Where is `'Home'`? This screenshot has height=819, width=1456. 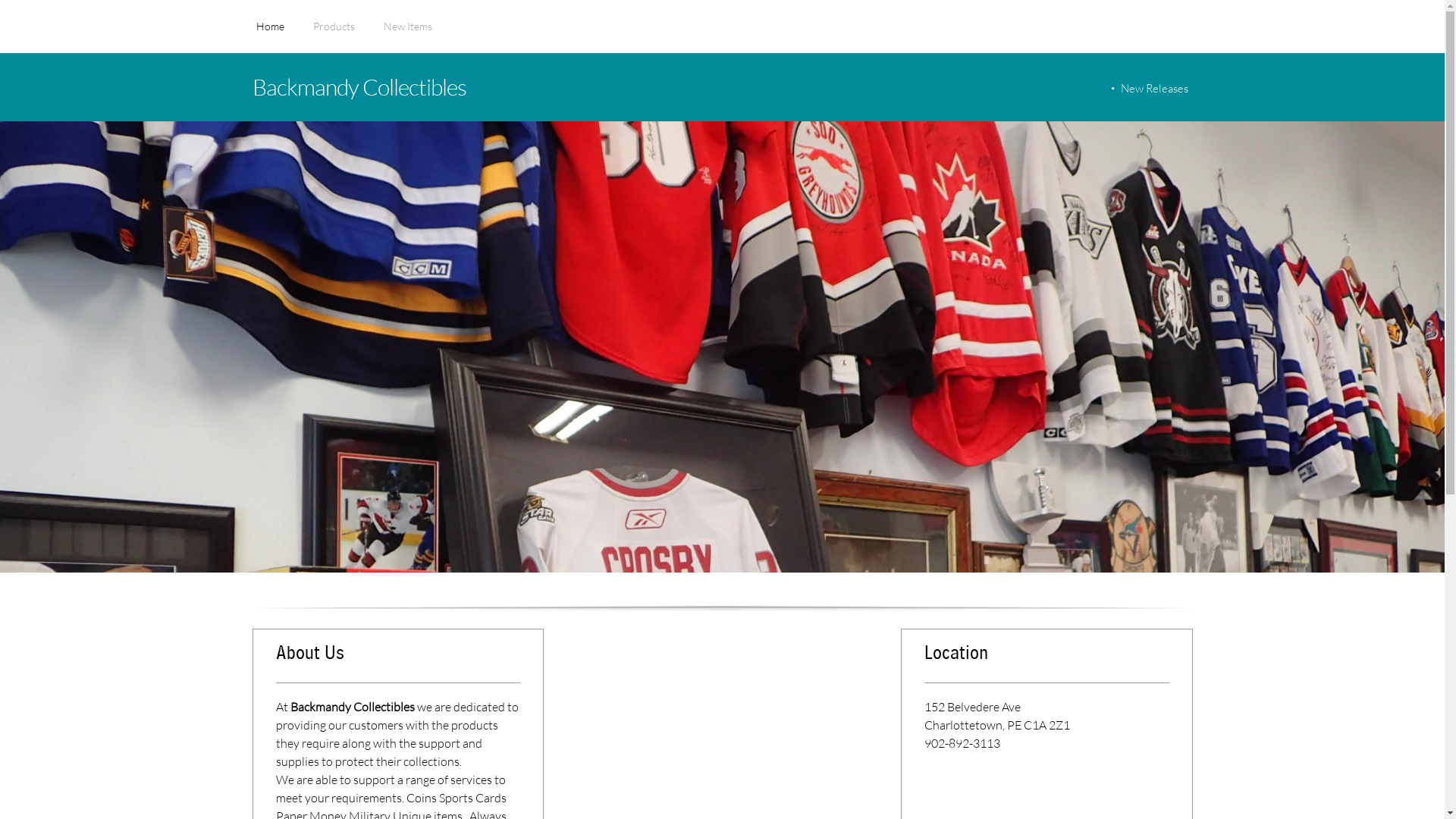 'Home' is located at coordinates (270, 34).